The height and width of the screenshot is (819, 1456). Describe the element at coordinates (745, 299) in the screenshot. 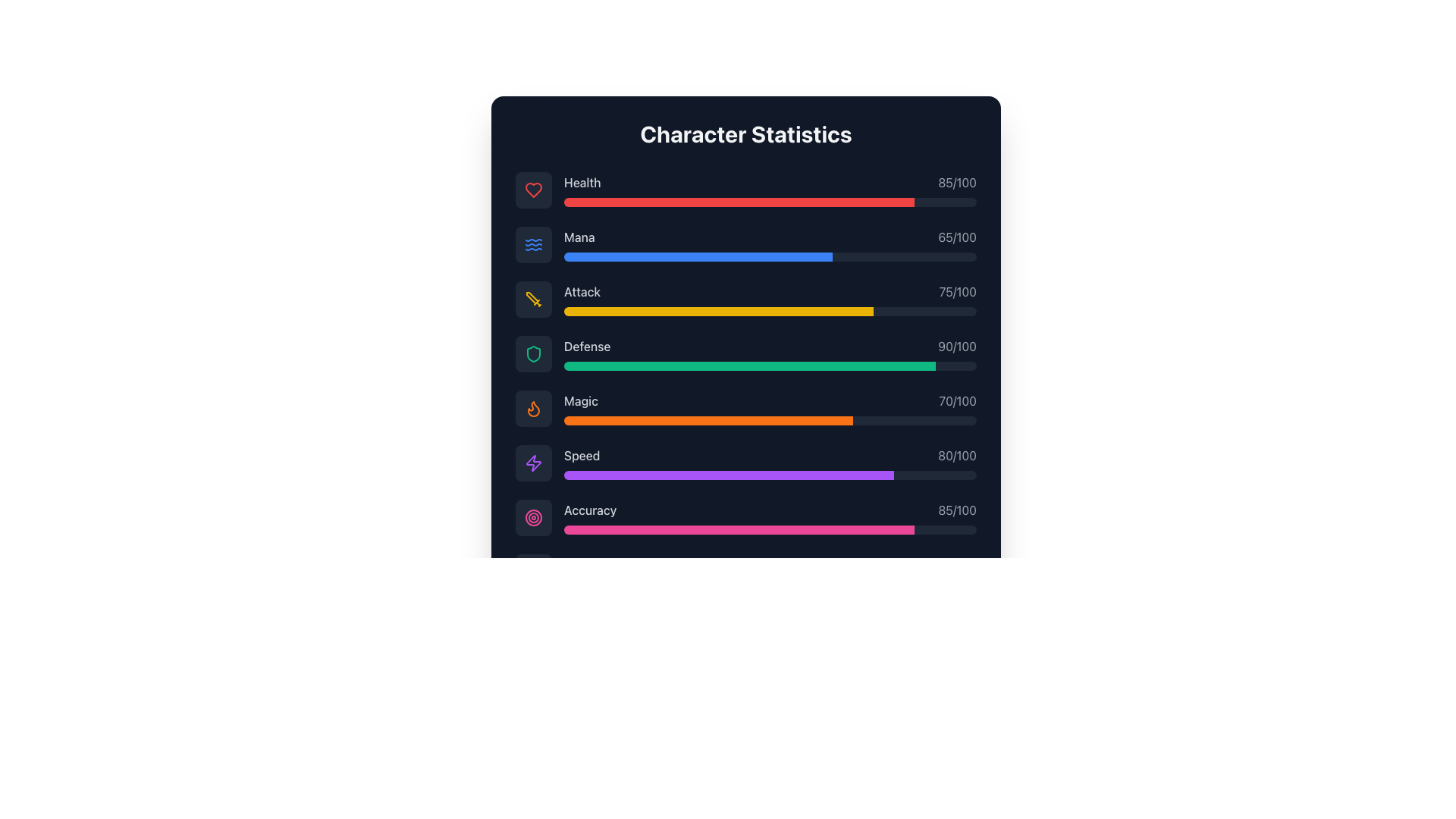

I see `the Statistic Display Component showing an attack statistic with a sword icon and a progress bar indicating 75/100, located under 'Character Statistics'` at that location.